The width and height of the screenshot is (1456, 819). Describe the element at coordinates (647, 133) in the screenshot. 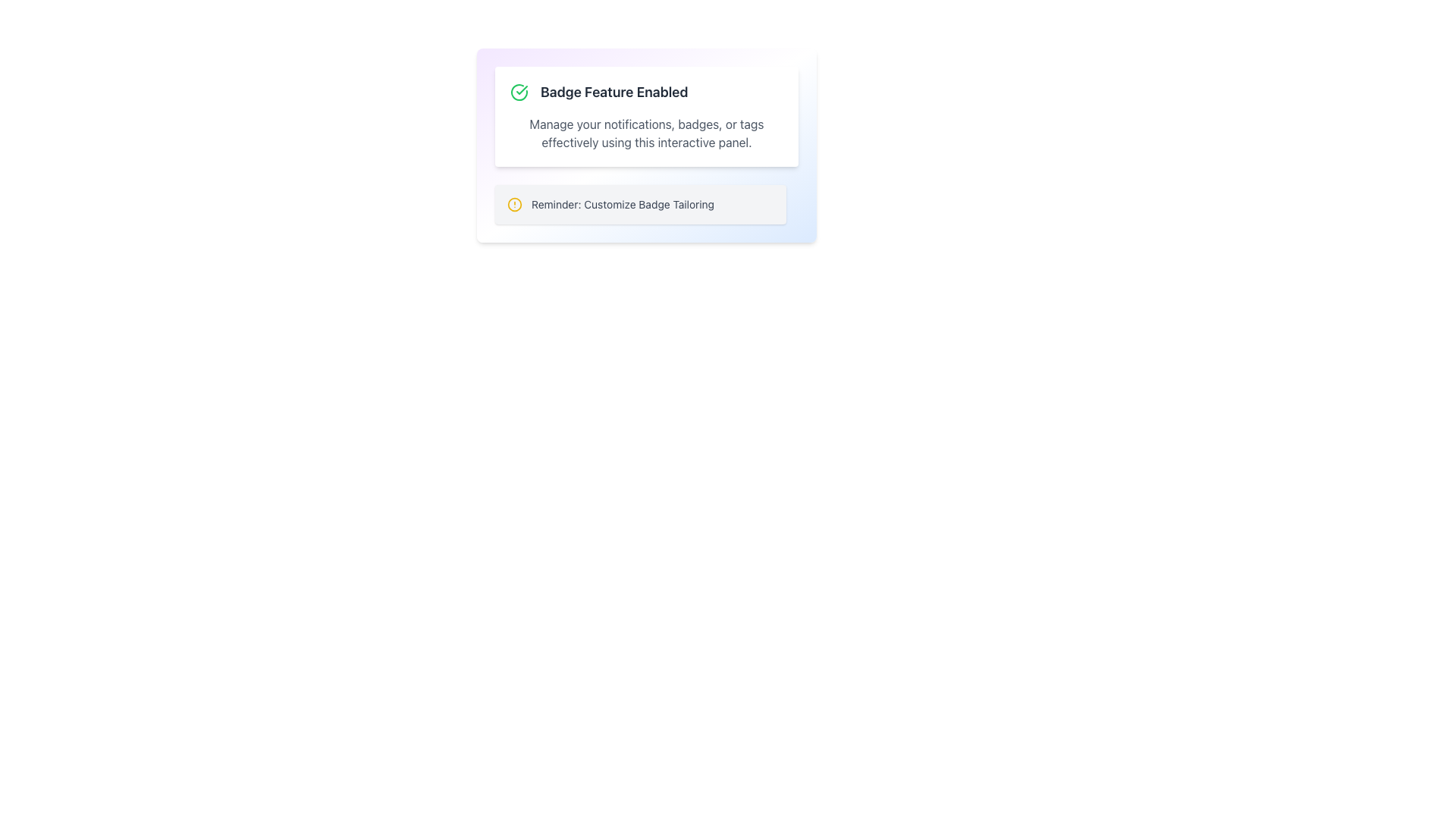

I see `the auxiliary information text block that provides instructions regarding notifications, badges, or tags, located beneath the title 'Badge Feature Enabled'` at that location.